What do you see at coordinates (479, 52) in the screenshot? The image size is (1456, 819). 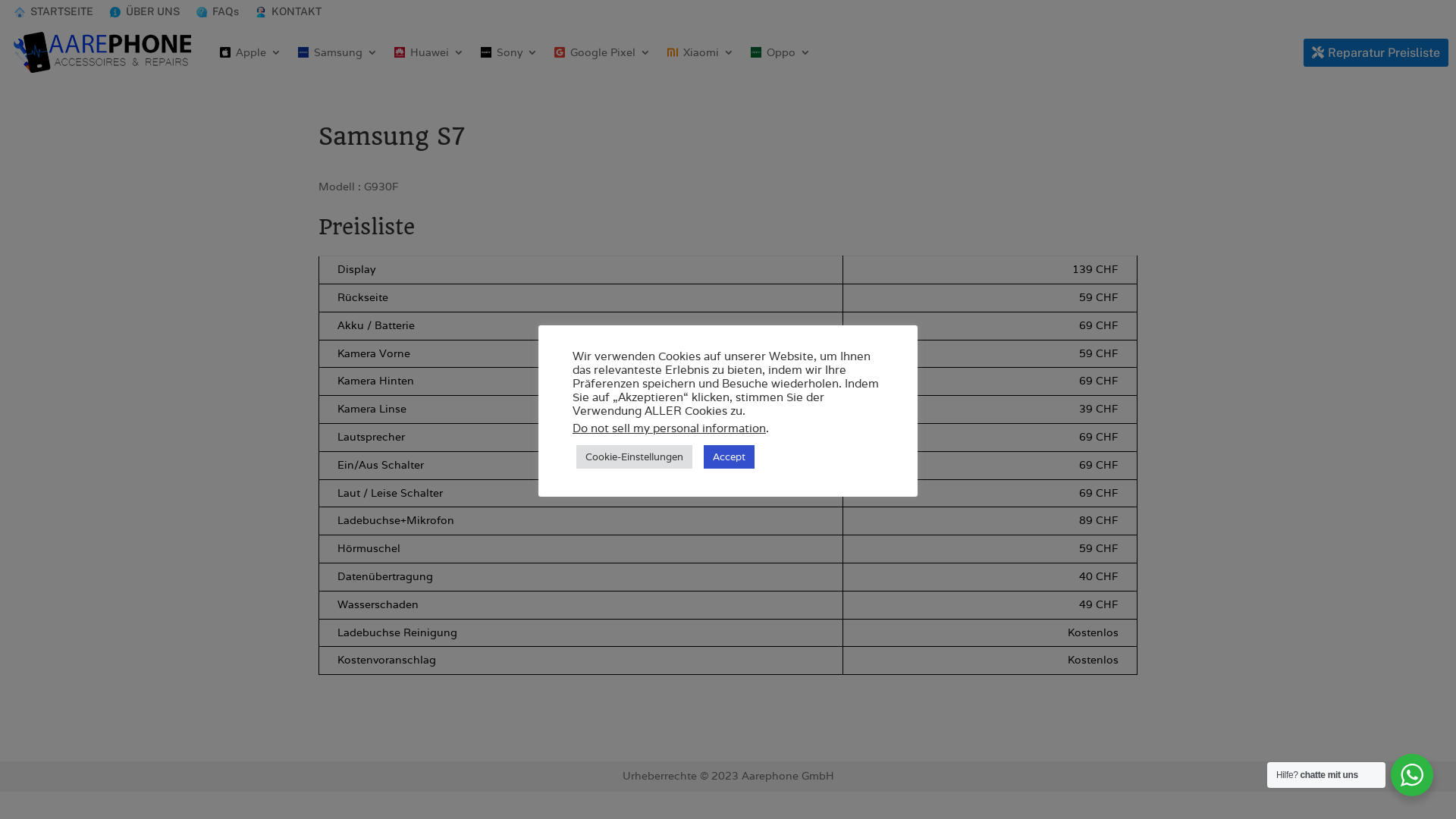 I see `'Sony'` at bounding box center [479, 52].